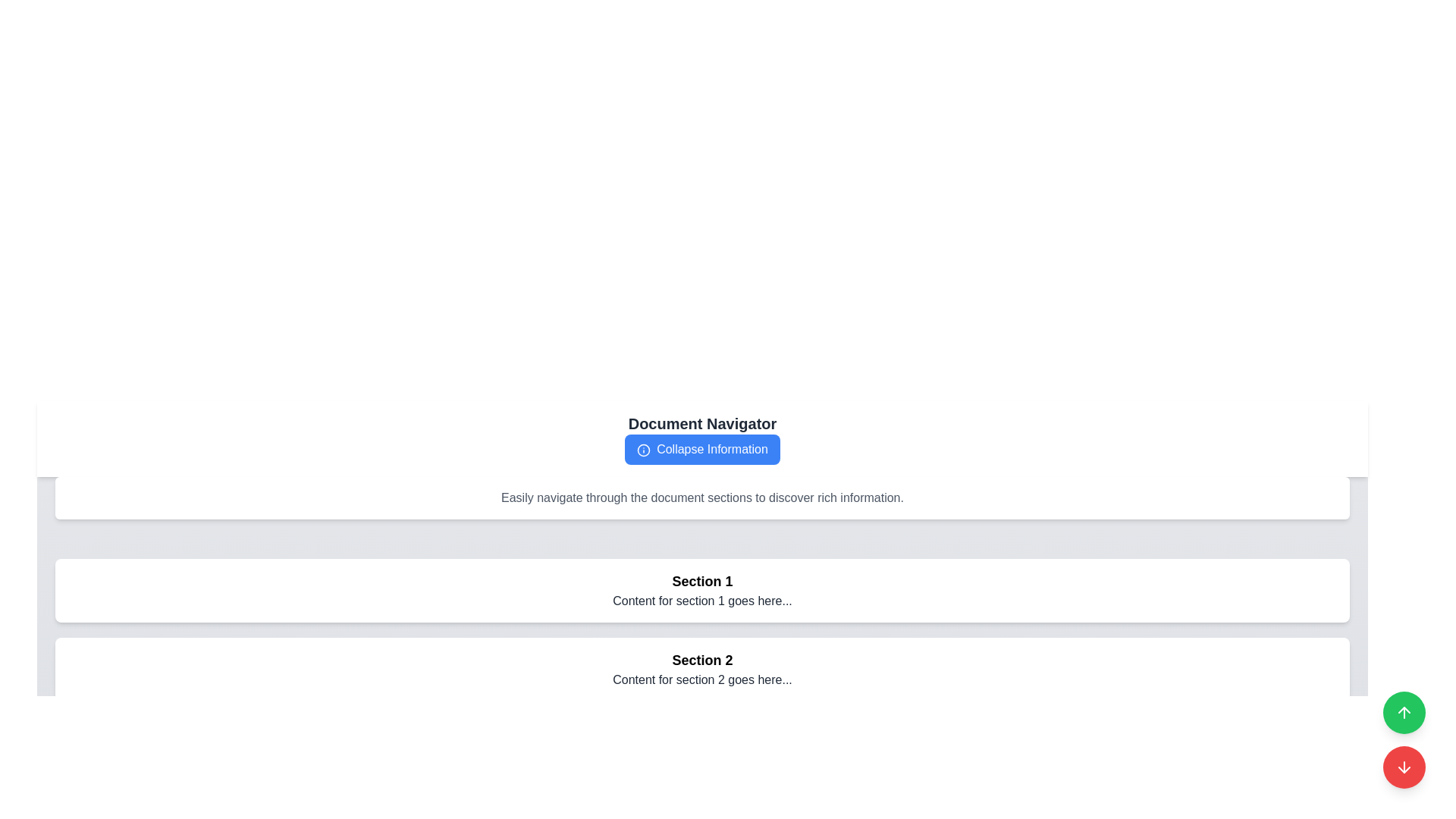 The image size is (1456, 819). What do you see at coordinates (644, 449) in the screenshot?
I see `the circular graphic within the information icon located next to the 'Collapse Information' text in the header of the UI` at bounding box center [644, 449].